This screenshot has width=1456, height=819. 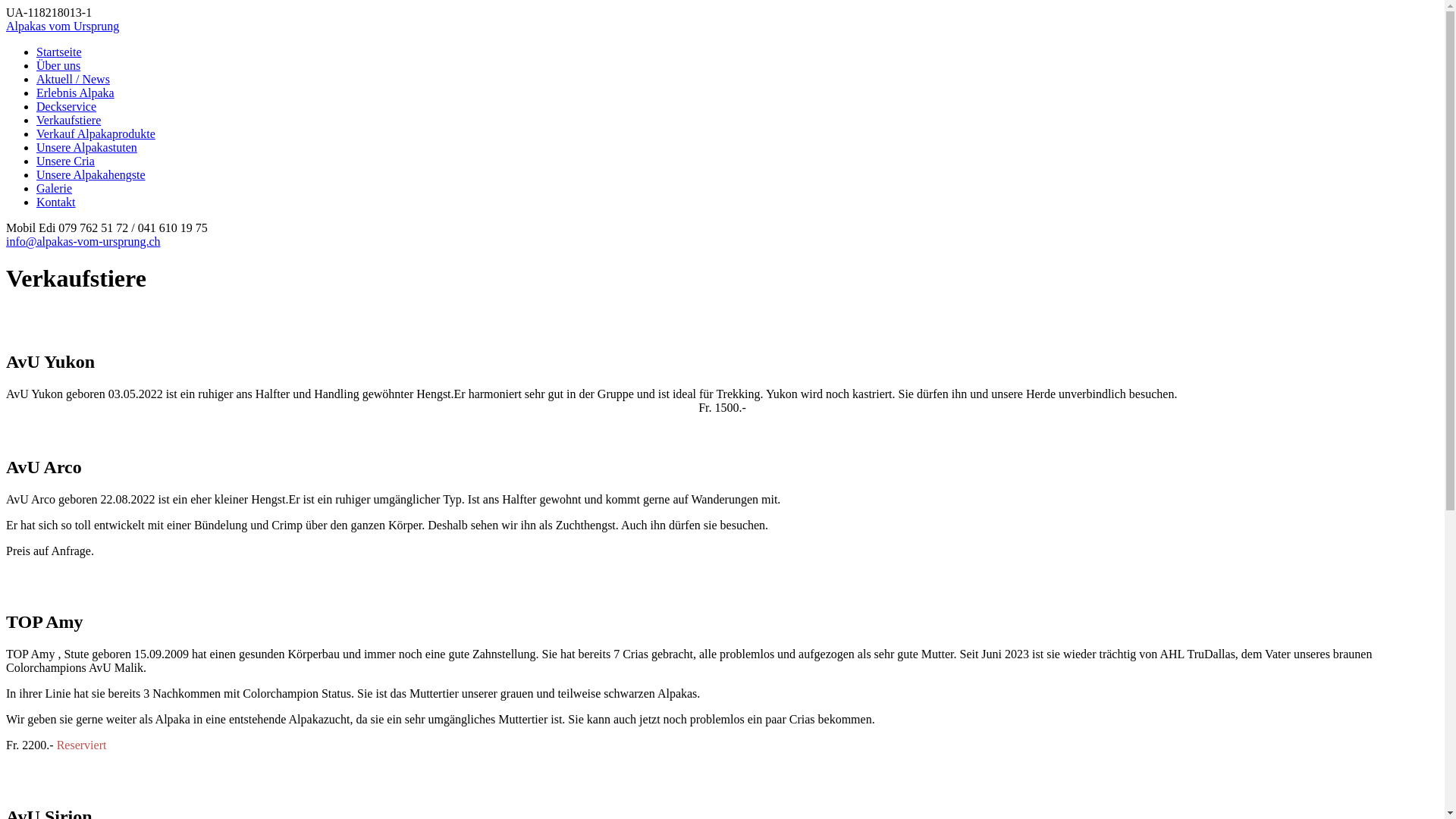 What do you see at coordinates (58, 51) in the screenshot?
I see `'Startseite'` at bounding box center [58, 51].